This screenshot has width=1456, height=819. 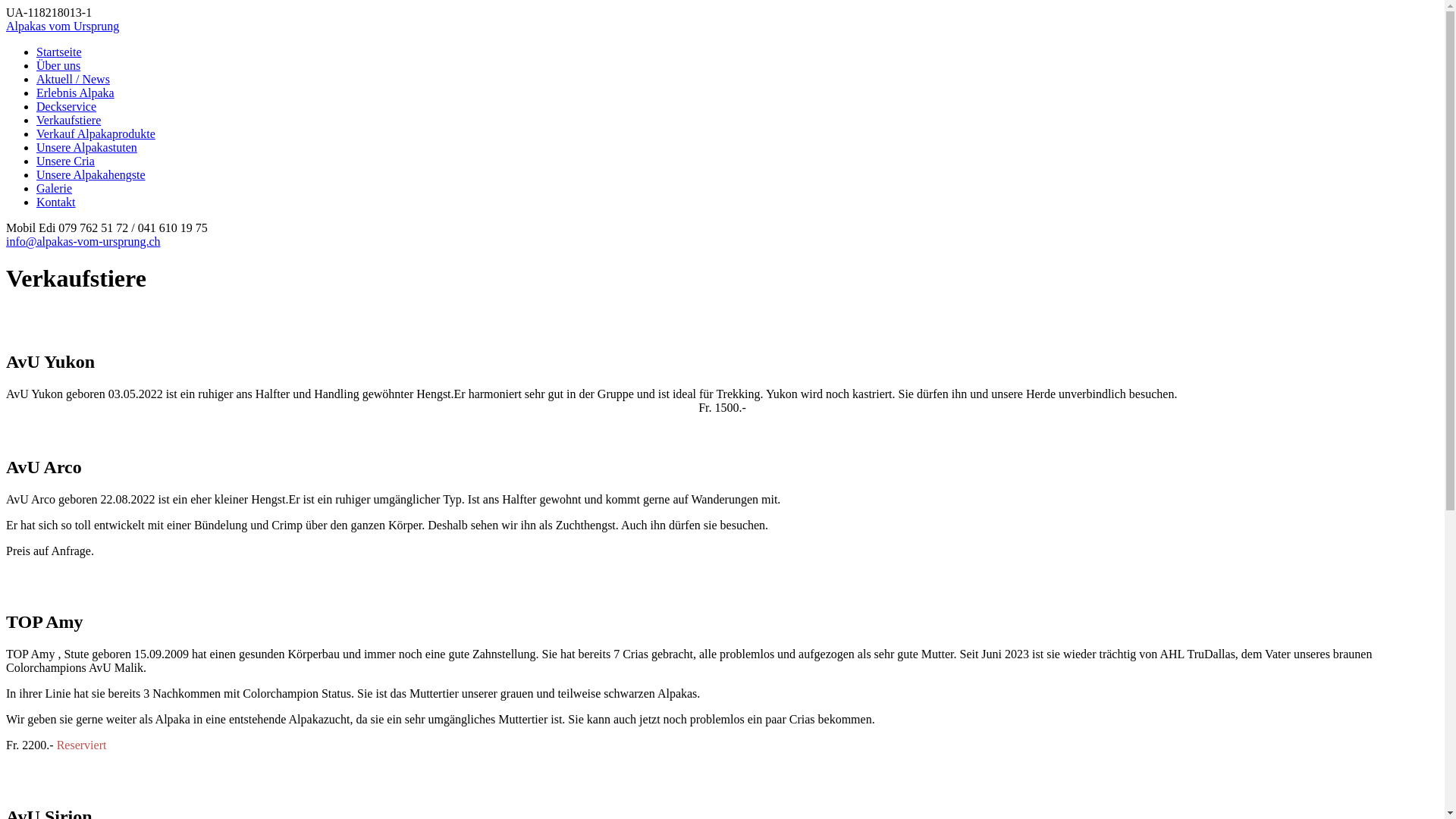 What do you see at coordinates (58, 51) in the screenshot?
I see `'Startseite'` at bounding box center [58, 51].